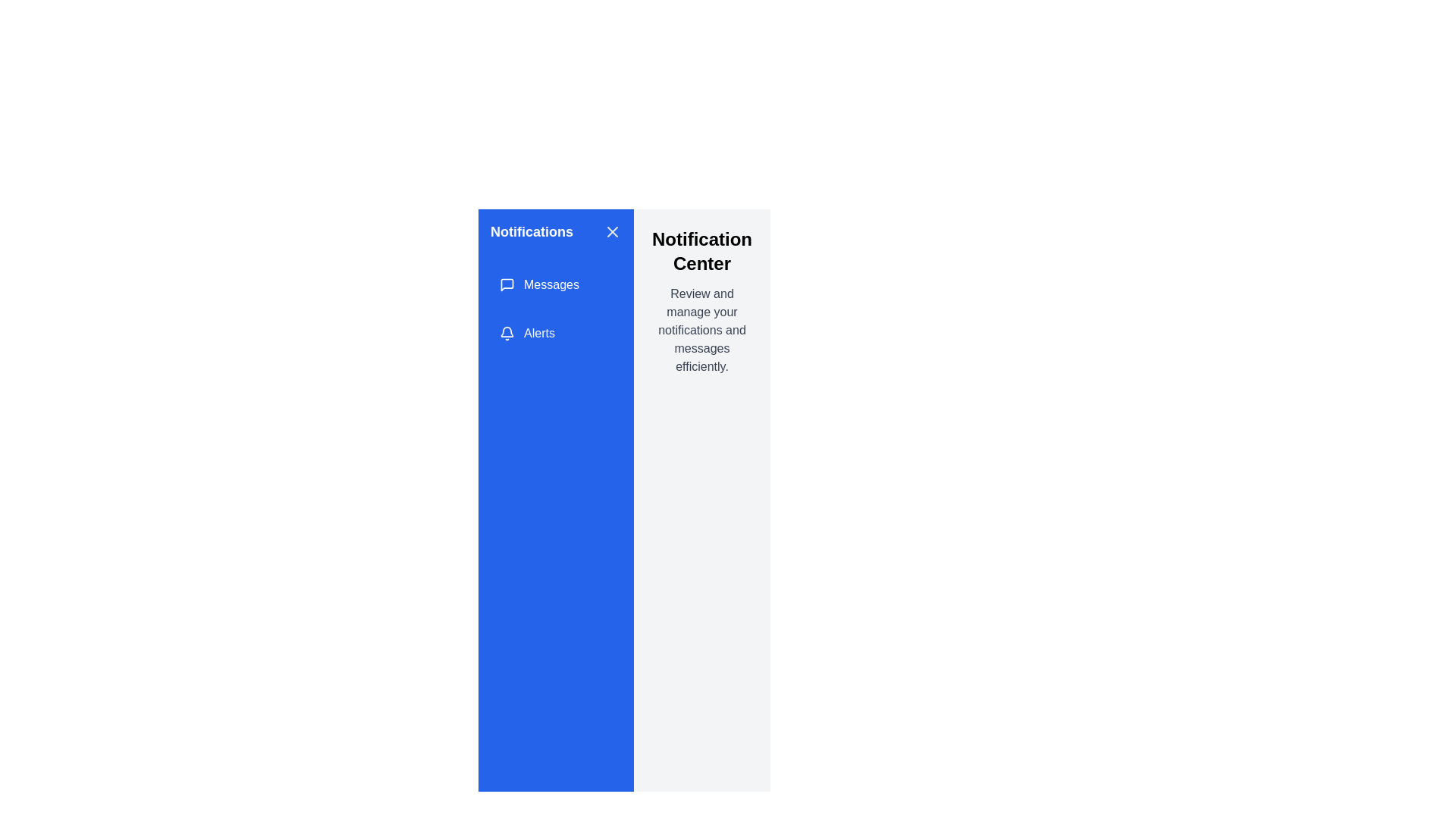 Image resolution: width=1456 pixels, height=819 pixels. What do you see at coordinates (507, 331) in the screenshot?
I see `the blue bell-shaped notification icon located in the vertical menu on the left side of the application interface, beneath the 'Notifications' header` at bounding box center [507, 331].